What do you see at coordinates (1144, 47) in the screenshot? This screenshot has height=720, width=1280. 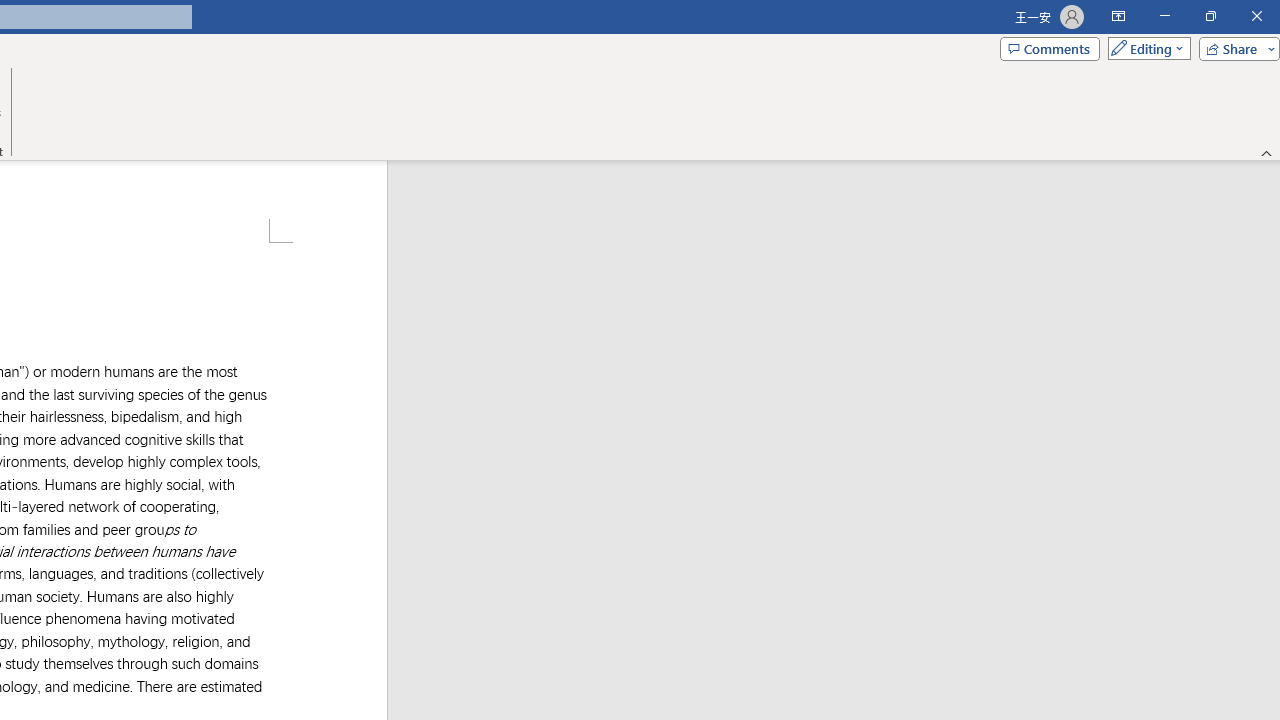 I see `'Editing'` at bounding box center [1144, 47].